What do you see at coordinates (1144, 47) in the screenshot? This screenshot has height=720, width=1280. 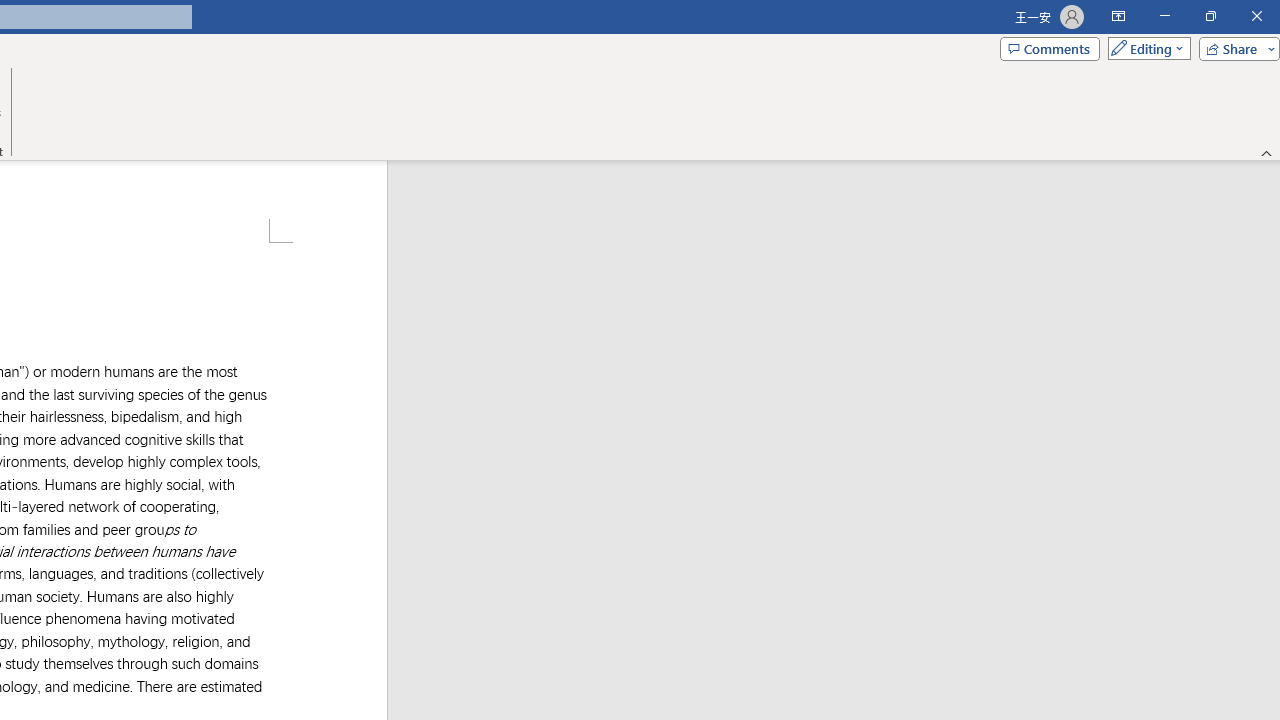 I see `'Editing'` at bounding box center [1144, 47].